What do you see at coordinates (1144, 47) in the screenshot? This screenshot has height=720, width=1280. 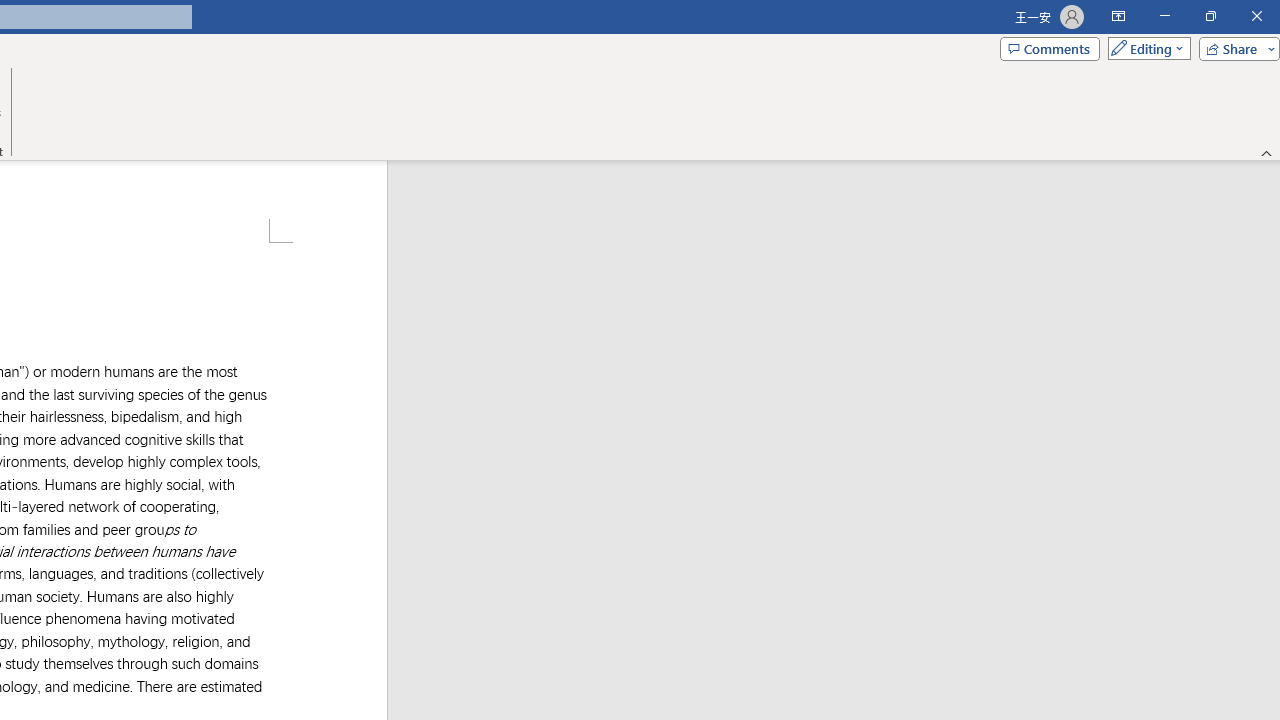 I see `'Editing'` at bounding box center [1144, 47].